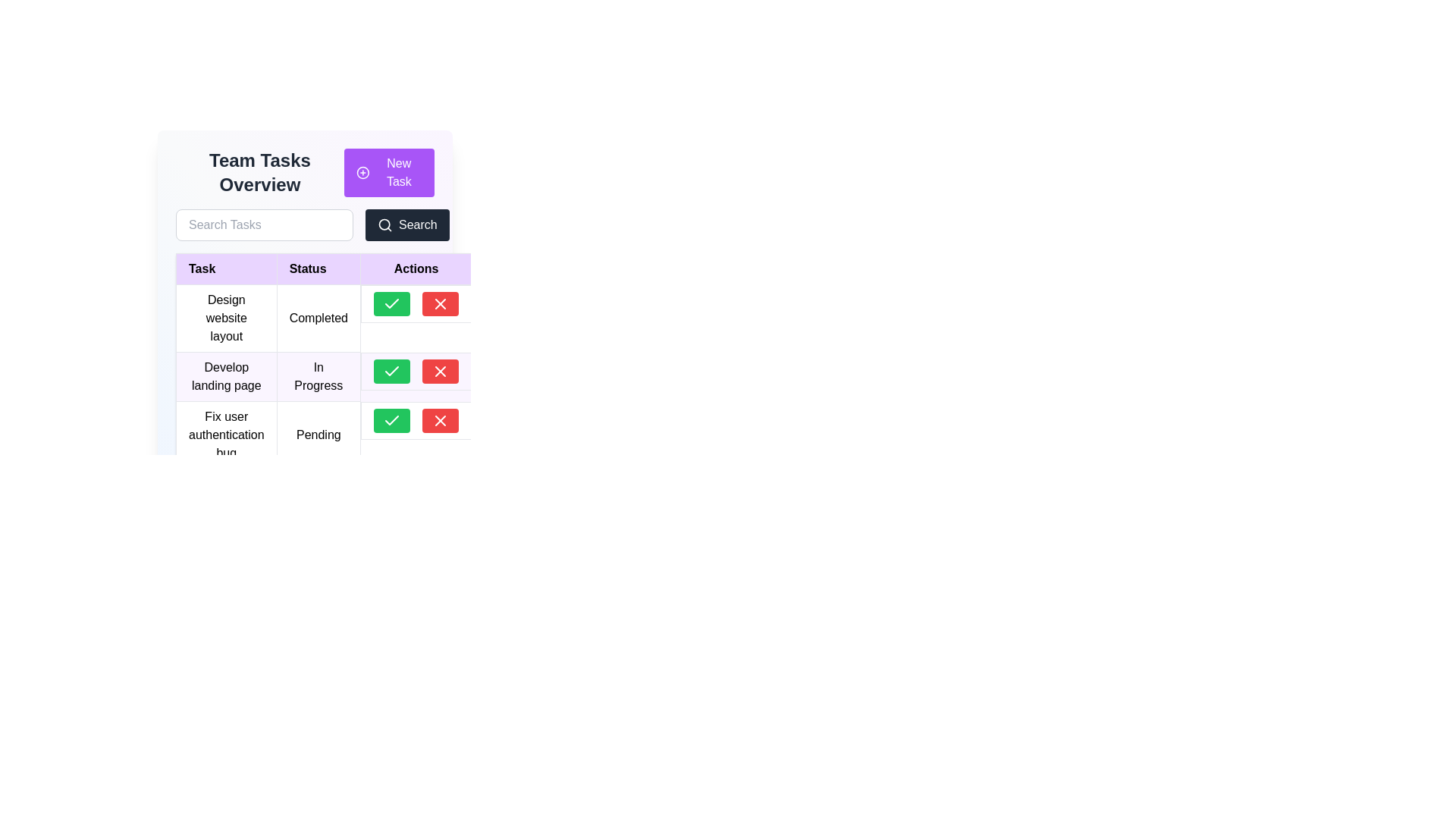 The width and height of the screenshot is (1456, 819). What do you see at coordinates (439, 420) in the screenshot?
I see `the 'Delete' icon button located in the 'Actions' column of the last row in the task table associated with the task titled 'Fix user authentication bug'` at bounding box center [439, 420].